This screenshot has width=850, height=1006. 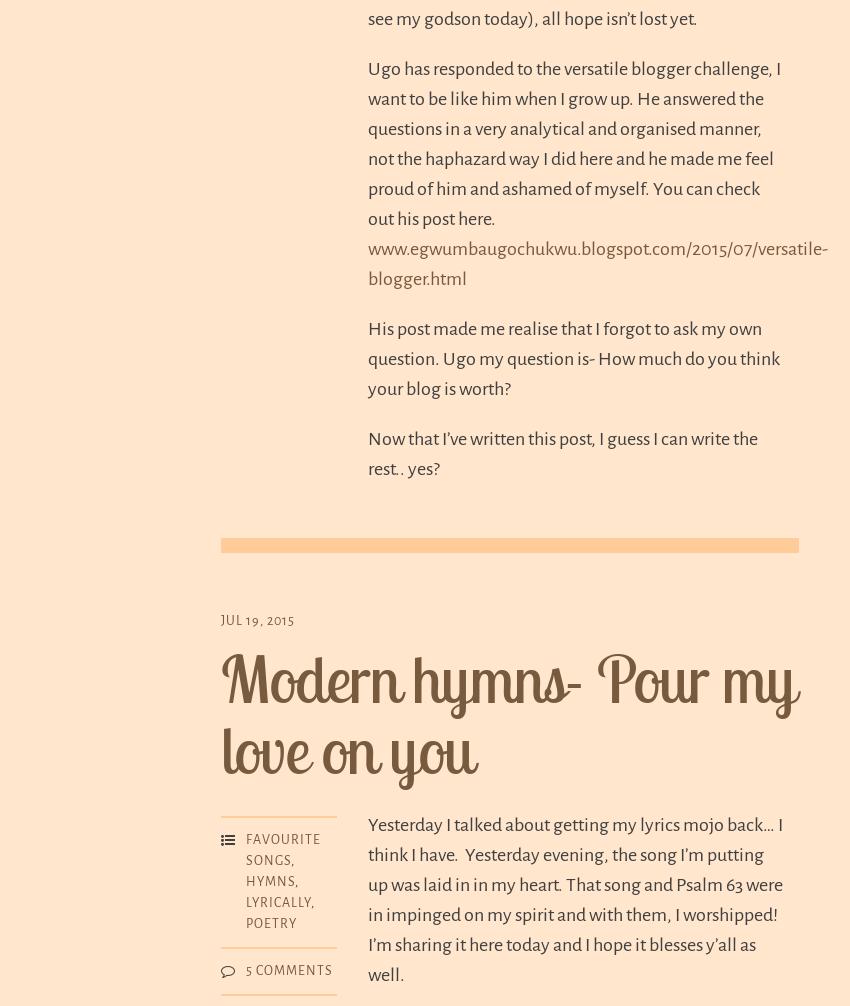 I want to click on 'Poetry', so click(x=245, y=922).